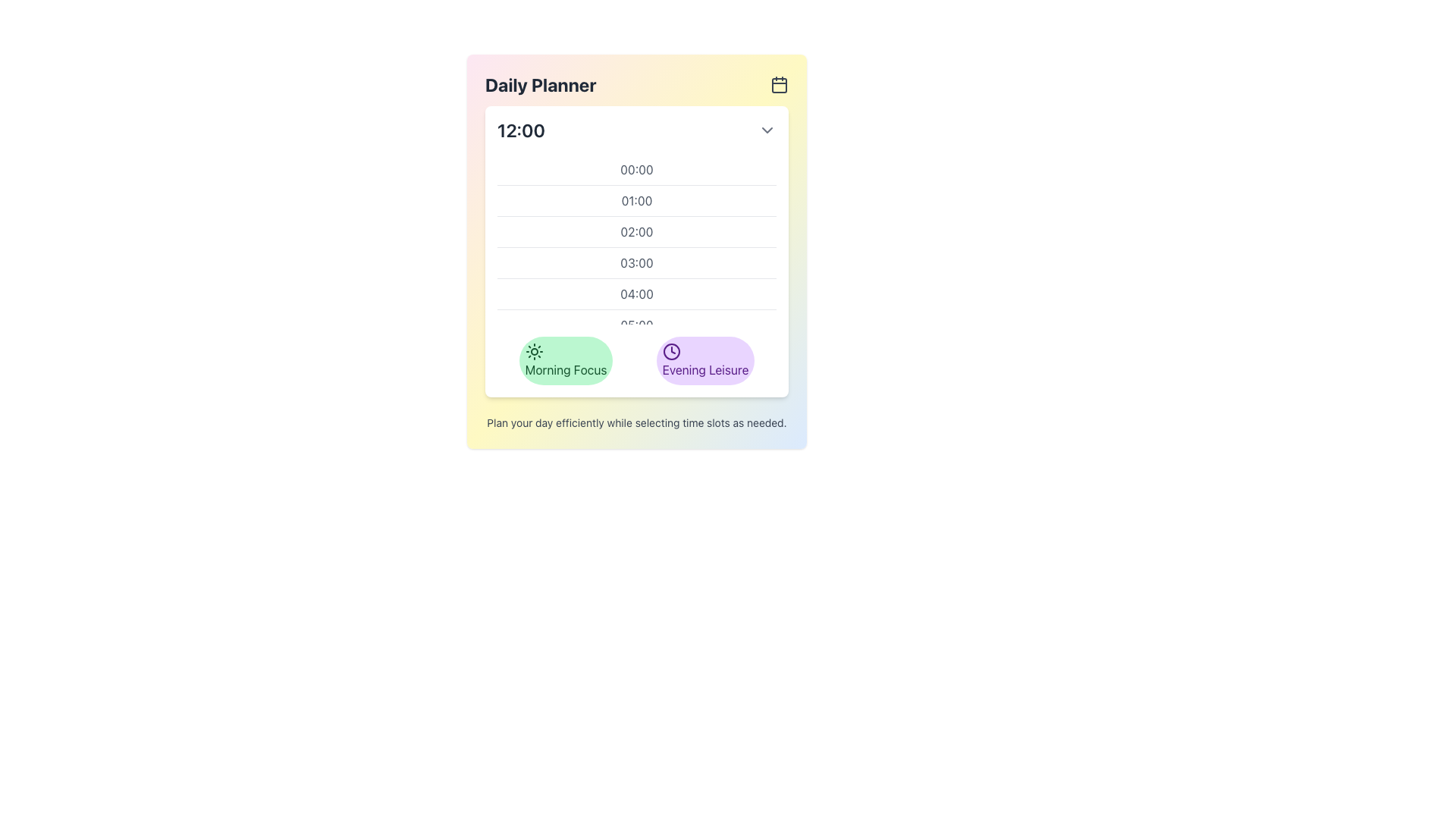  Describe the element at coordinates (637, 360) in the screenshot. I see `the Selector component in the Daily Planner interface` at that location.